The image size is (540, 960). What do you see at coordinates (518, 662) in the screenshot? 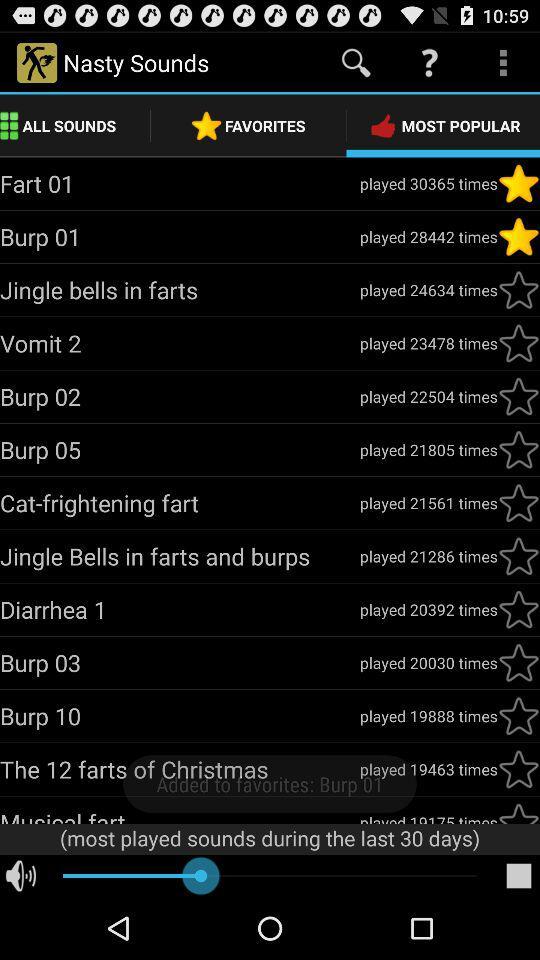
I see `mark as favorite` at bounding box center [518, 662].